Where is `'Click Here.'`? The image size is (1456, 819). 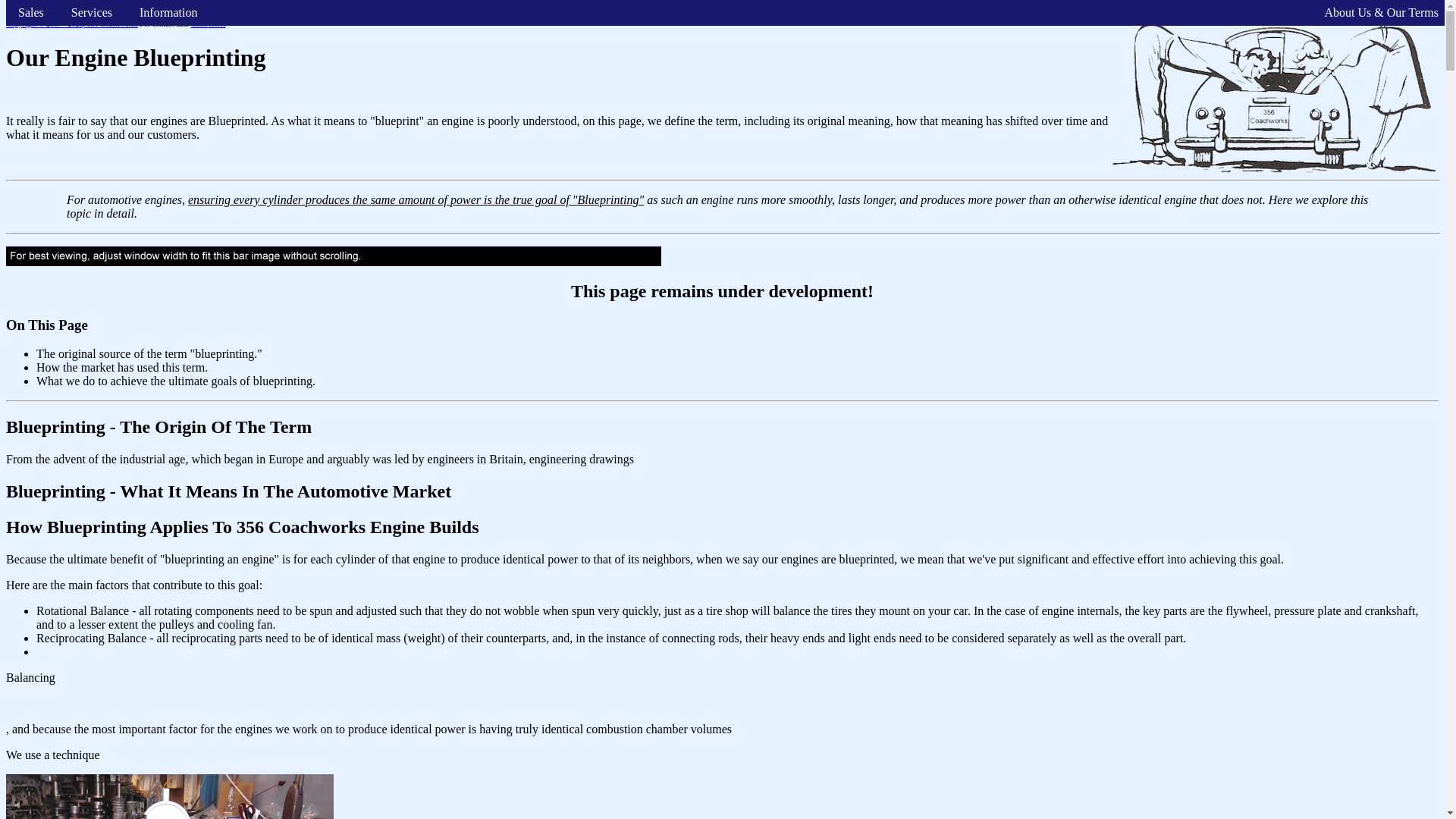
'Click Here.' is located at coordinates (206, 24).